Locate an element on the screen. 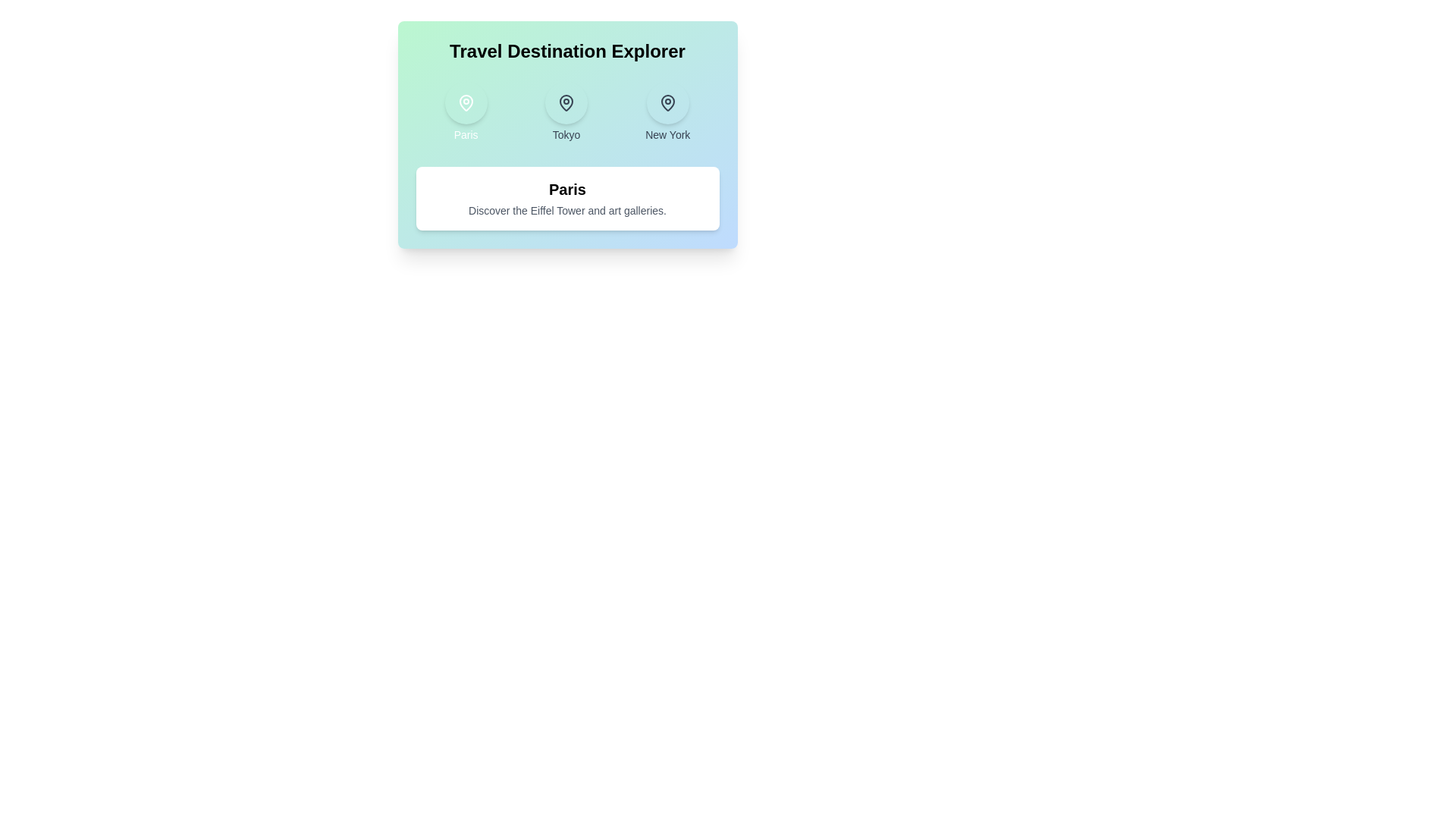 Image resolution: width=1456 pixels, height=819 pixels. the destination selection button for 'Paris' is located at coordinates (465, 111).